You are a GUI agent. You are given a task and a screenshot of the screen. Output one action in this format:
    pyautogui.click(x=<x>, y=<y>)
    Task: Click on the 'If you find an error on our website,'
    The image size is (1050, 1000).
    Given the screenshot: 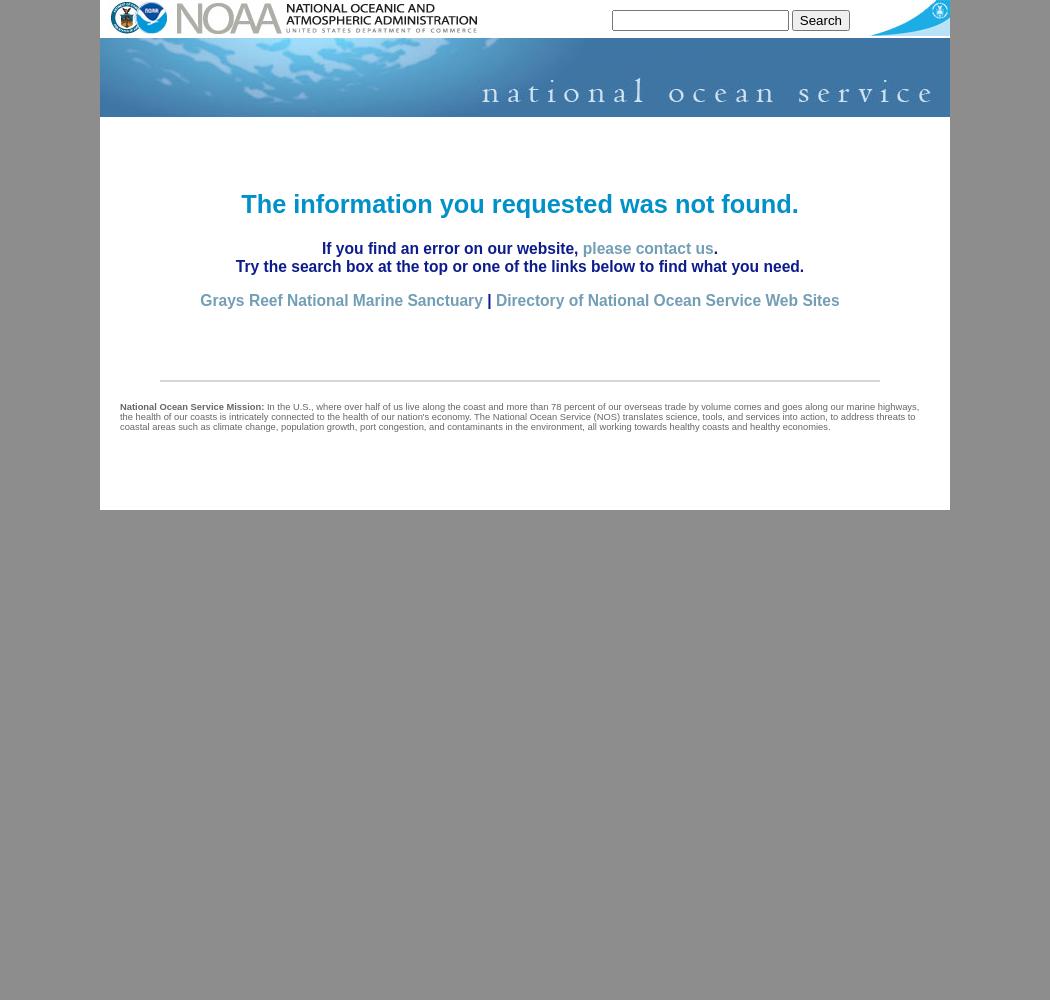 What is the action you would take?
    pyautogui.click(x=320, y=247)
    